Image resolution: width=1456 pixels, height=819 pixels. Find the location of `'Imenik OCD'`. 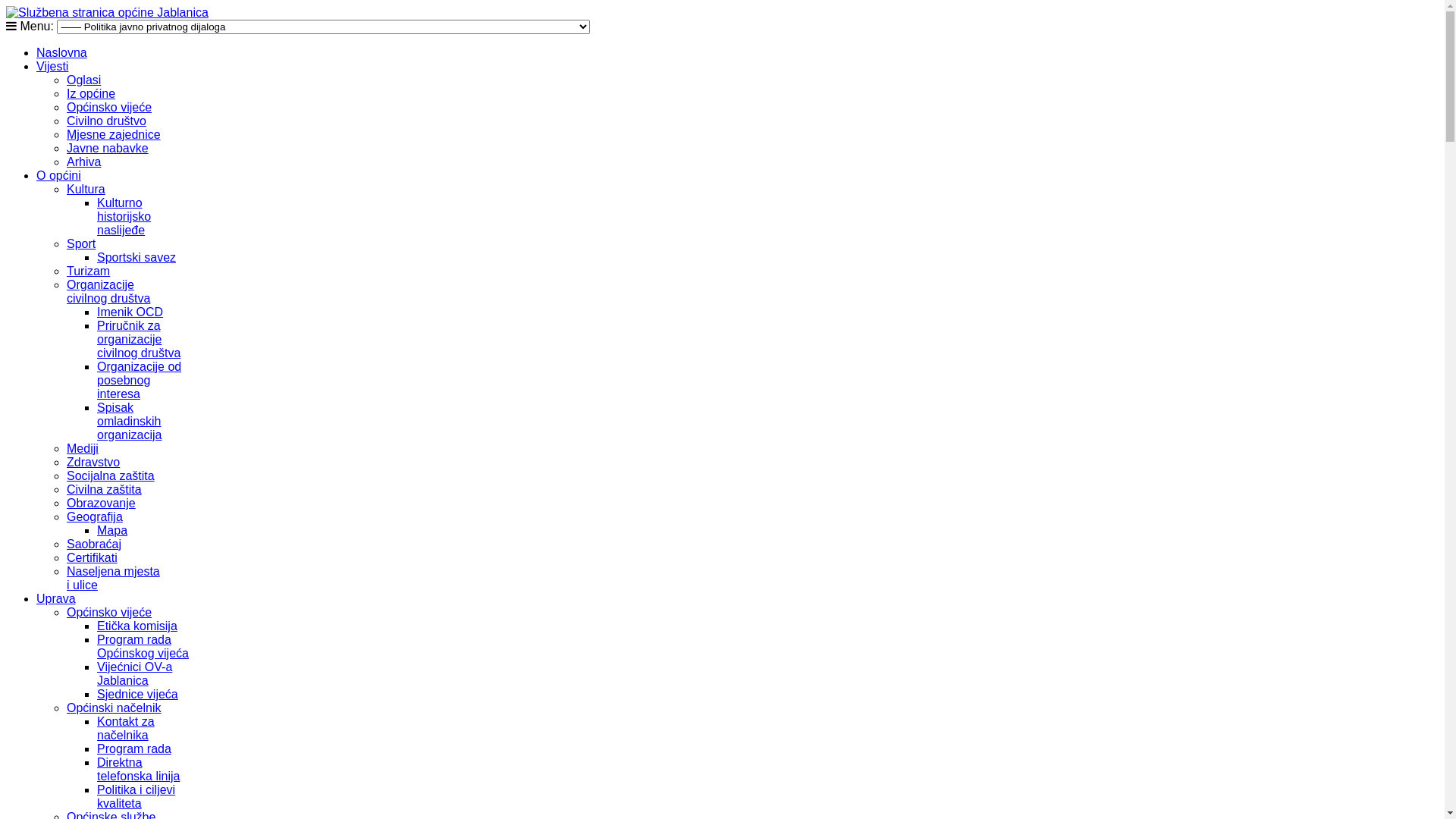

'Imenik OCD' is located at coordinates (96, 311).